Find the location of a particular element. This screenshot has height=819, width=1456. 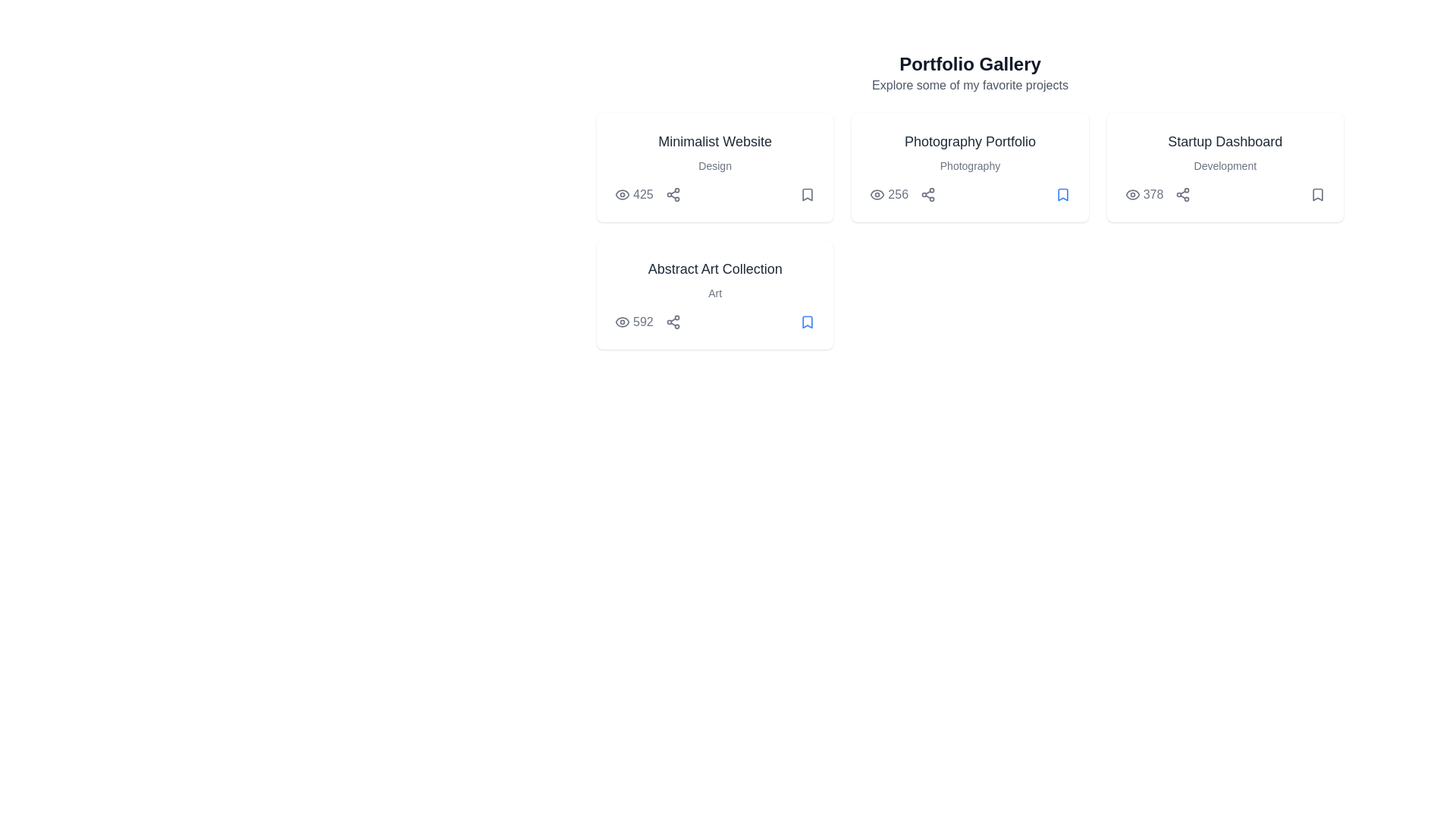

the small circular share icon located within the 'Minimalist Website' card in the 'Design' section of the portfolio gallery to initiate the sharing functionality is located at coordinates (672, 194).